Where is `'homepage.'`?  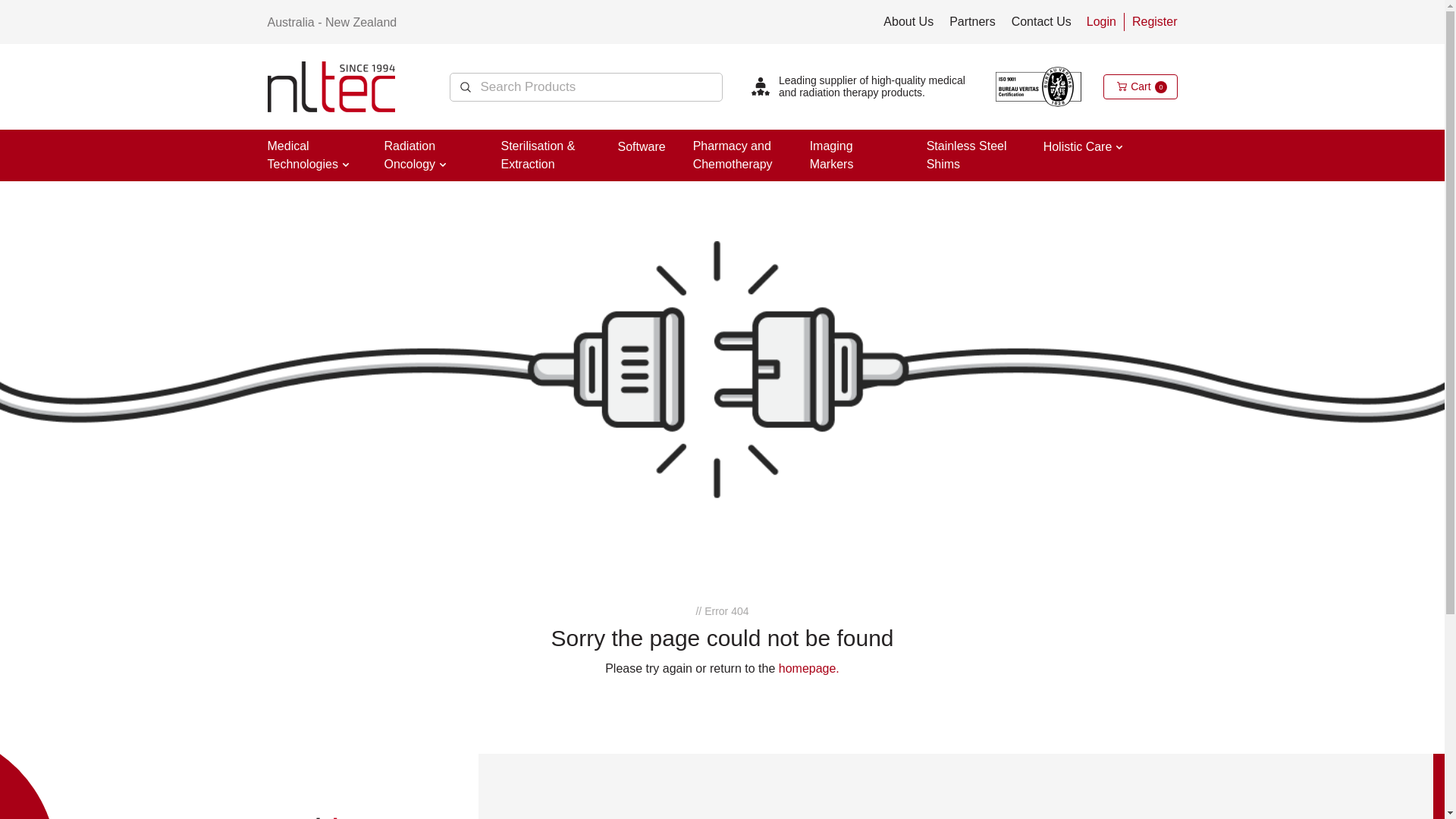 'homepage.' is located at coordinates (808, 667).